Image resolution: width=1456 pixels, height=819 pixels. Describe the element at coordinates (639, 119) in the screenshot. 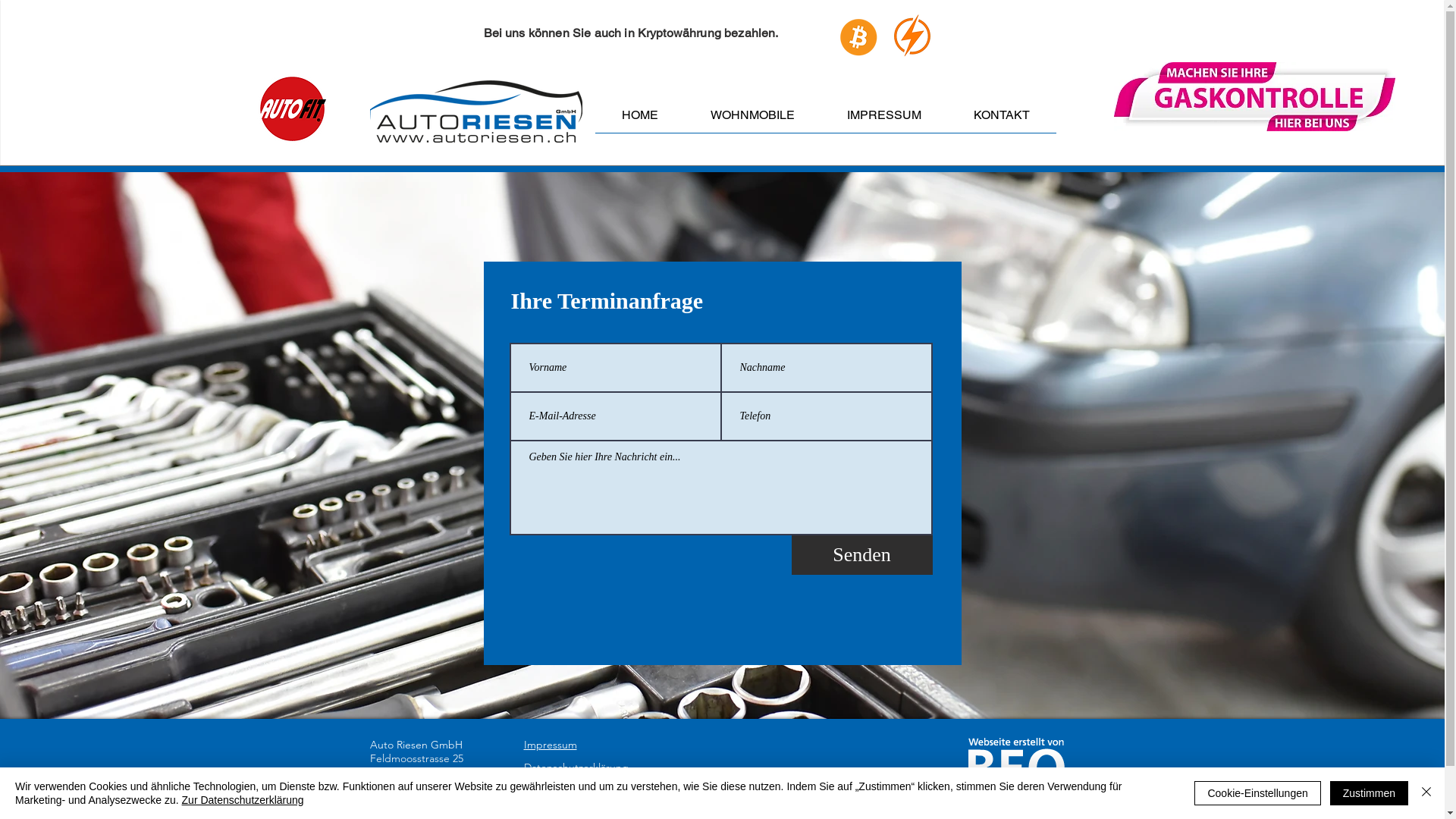

I see `'HOME'` at that location.